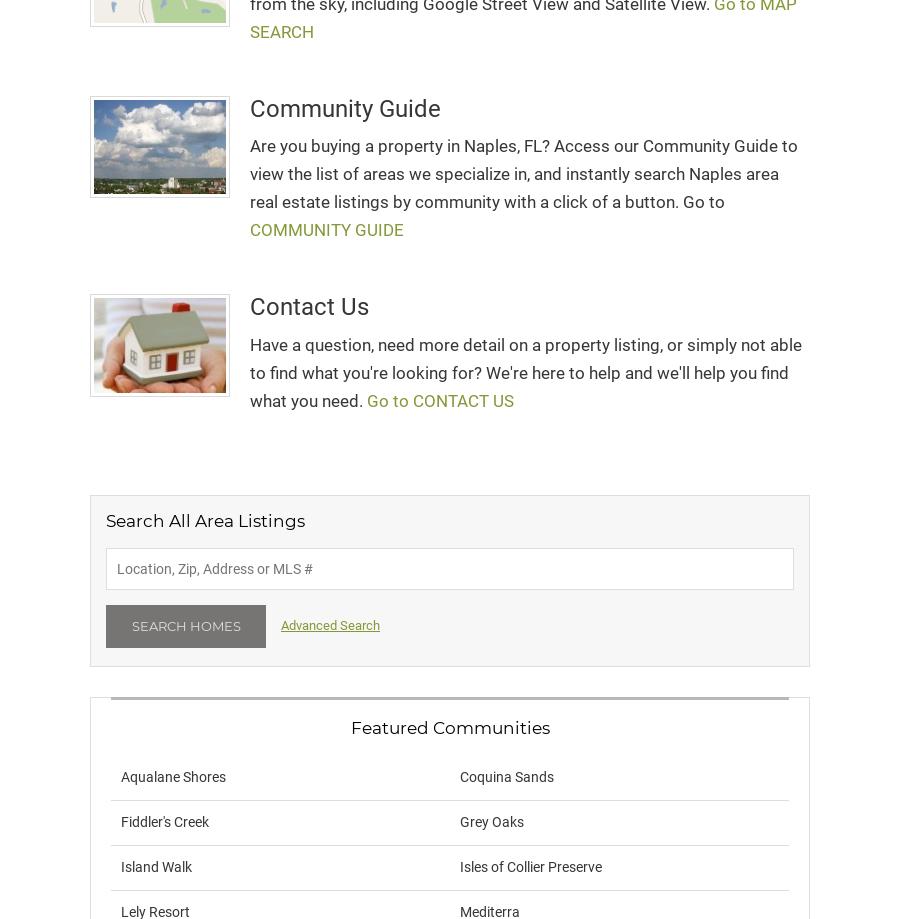 The image size is (900, 919). I want to click on 'Featured Communities', so click(350, 726).